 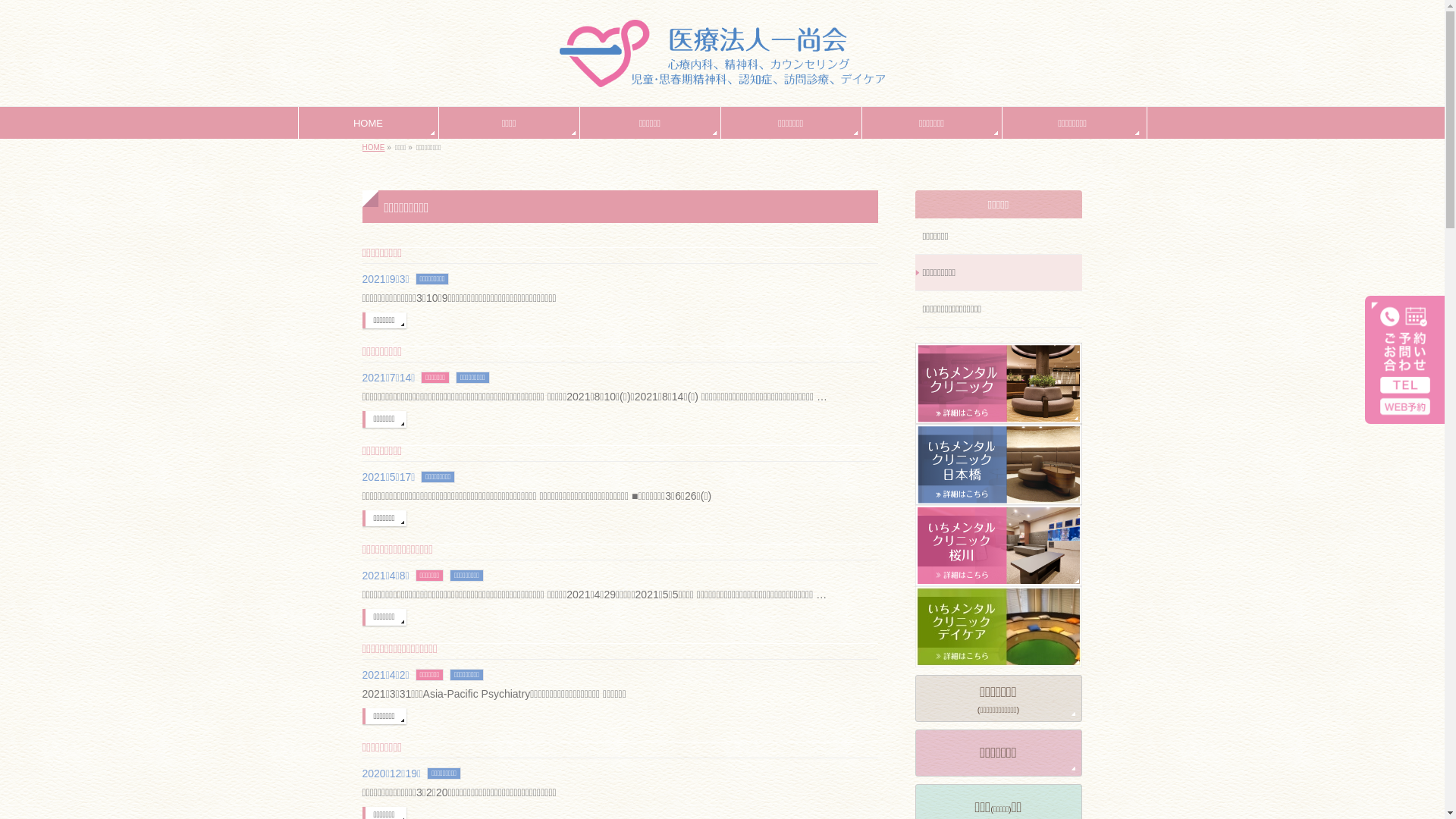 I want to click on 'HOME', so click(x=374, y=147).